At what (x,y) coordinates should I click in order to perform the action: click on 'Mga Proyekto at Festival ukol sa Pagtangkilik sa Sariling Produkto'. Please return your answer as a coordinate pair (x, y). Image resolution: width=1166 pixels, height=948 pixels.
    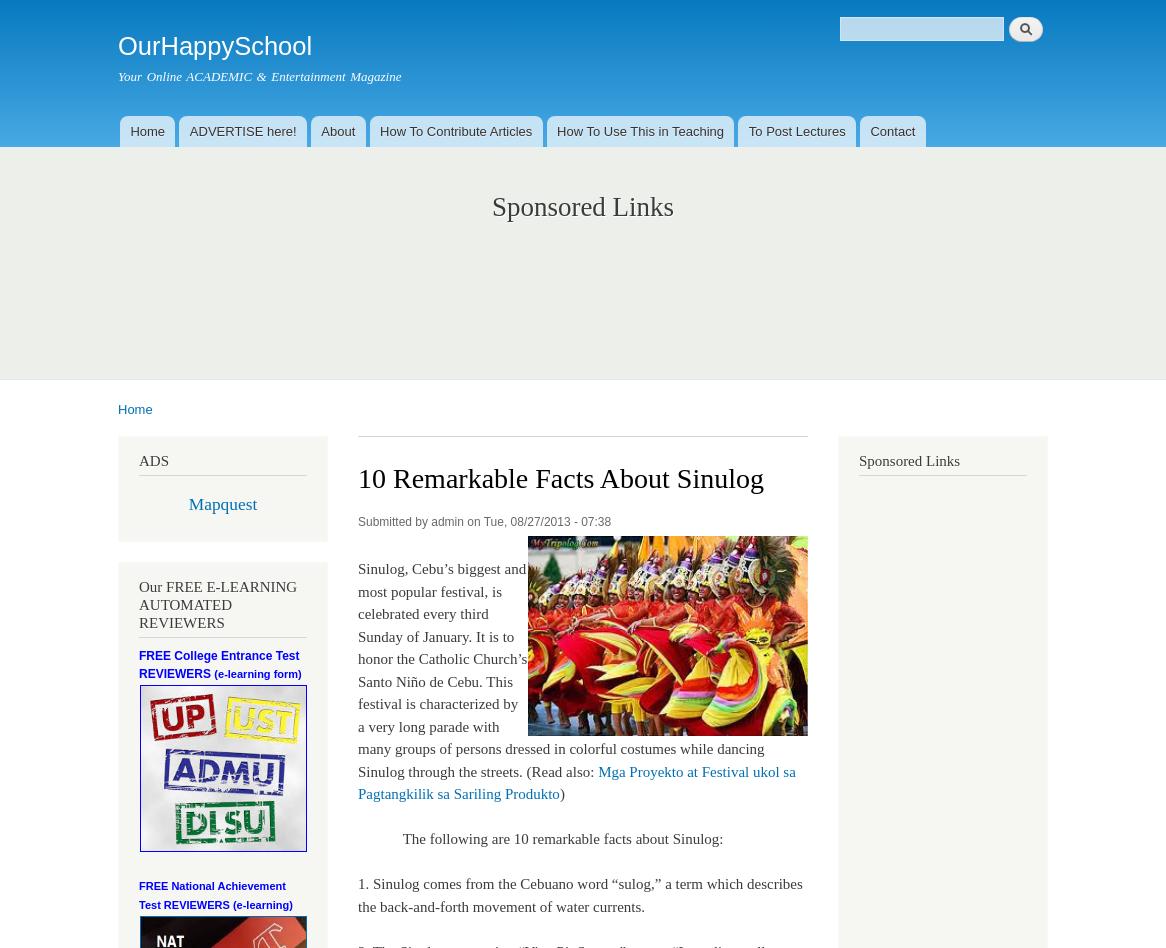
    Looking at the image, I should click on (357, 782).